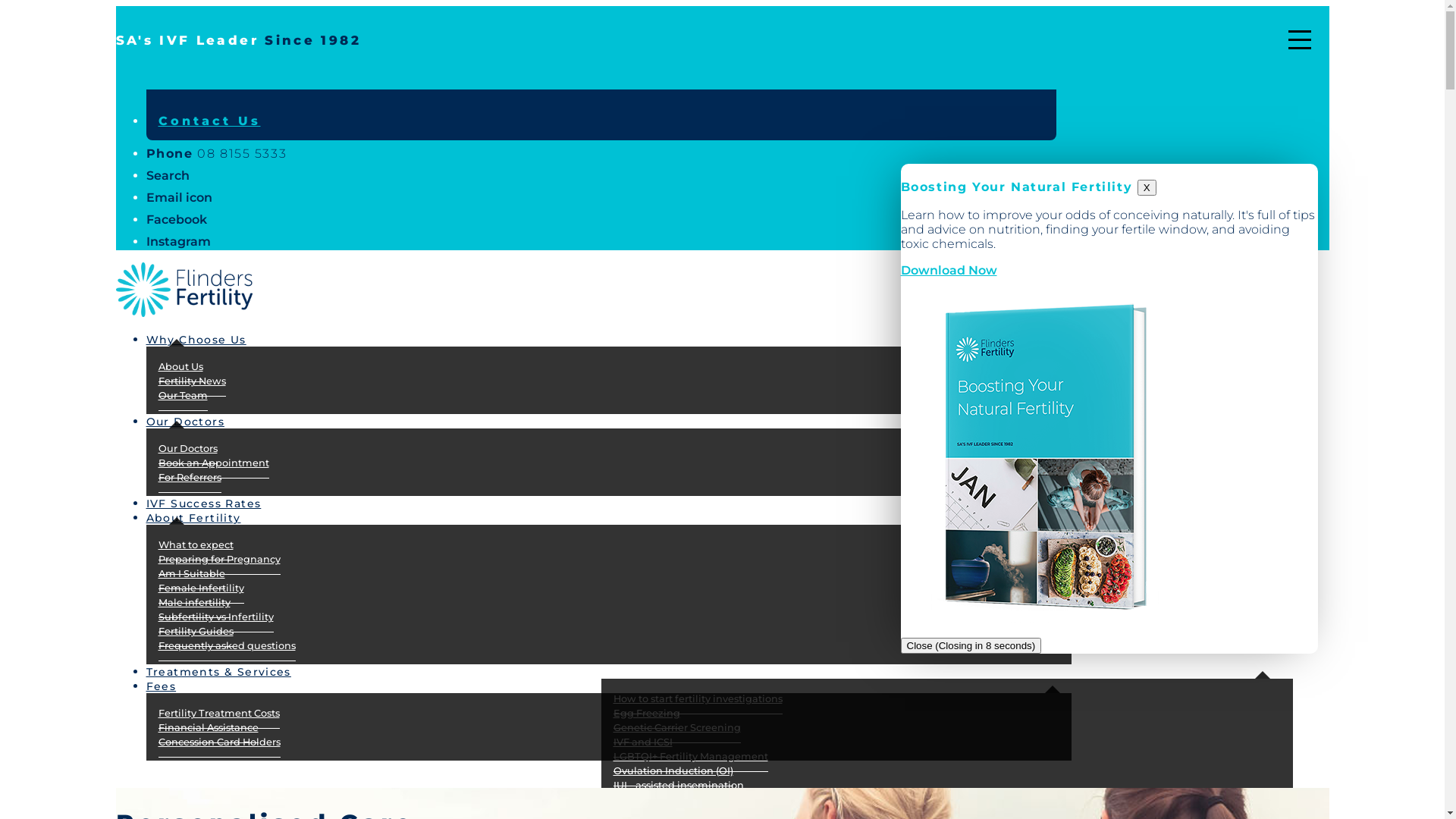 The width and height of the screenshot is (1456, 819). I want to click on 'IVF Success Rates', so click(214, 500).